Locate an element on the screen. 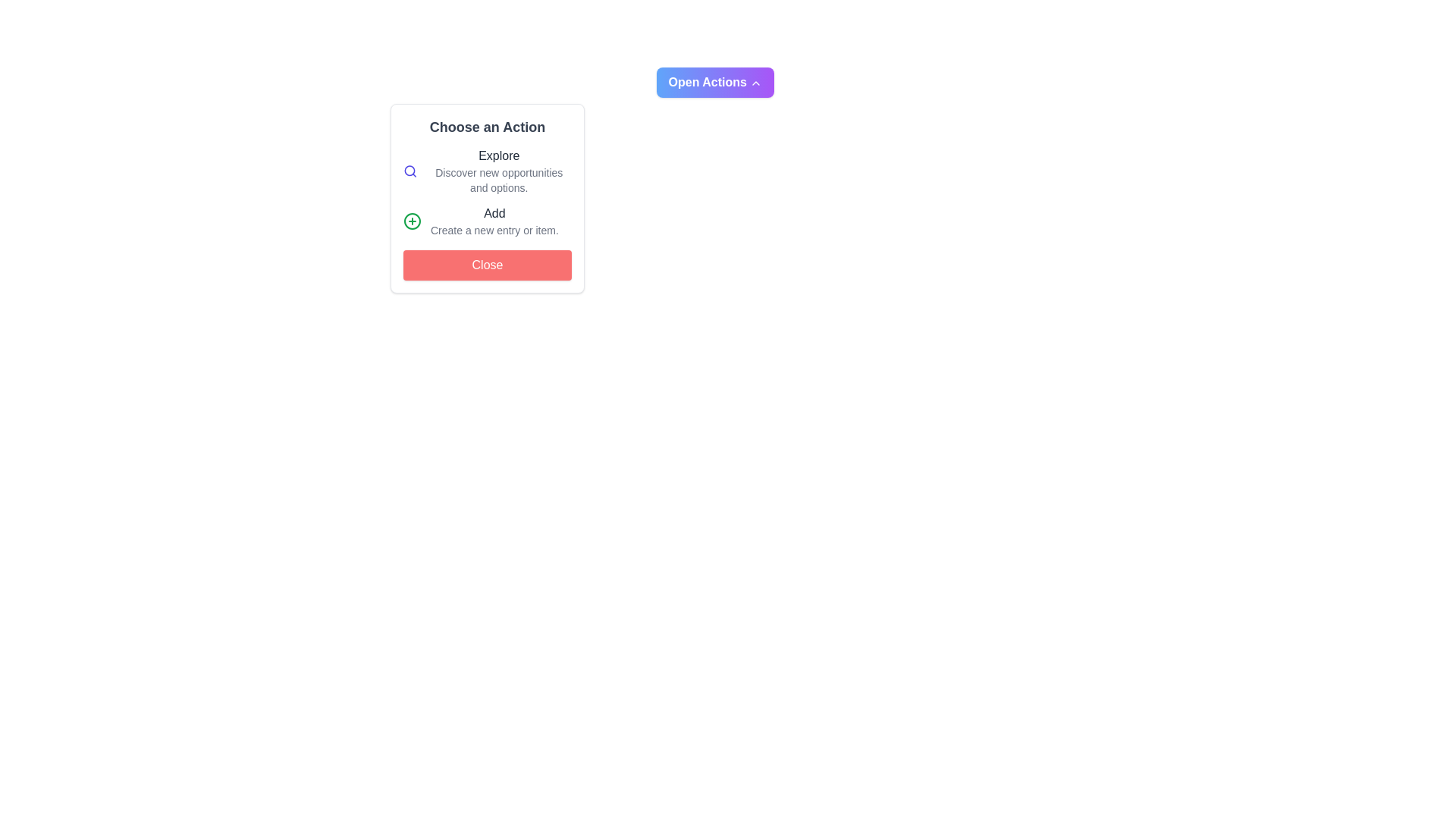  the descriptive Text label located below the 'Explore' heading in the 'Choose an Action' modal dialog box is located at coordinates (499, 180).